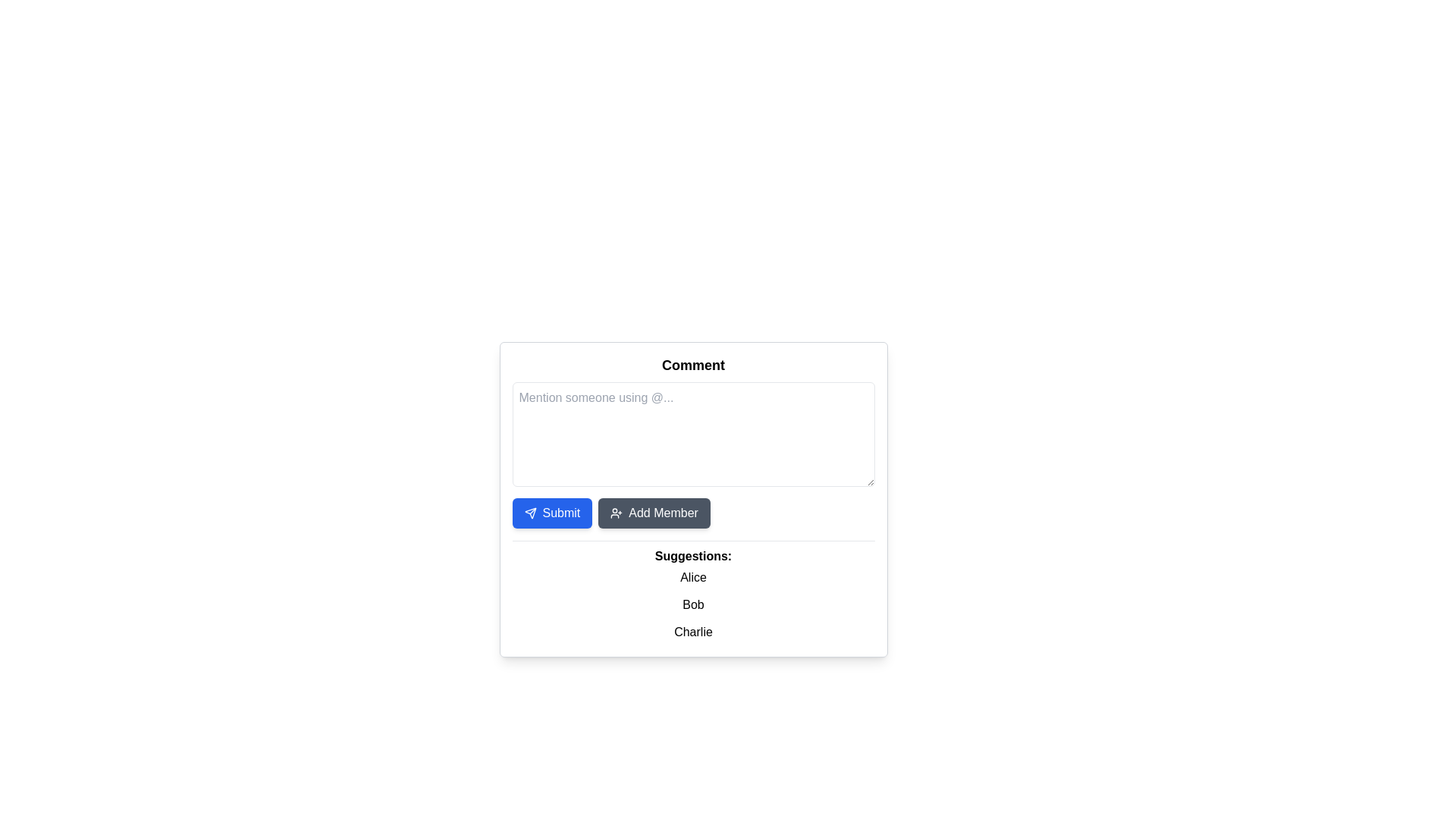  Describe the element at coordinates (692, 604) in the screenshot. I see `the text-based selection item displaying 'Bob', which is the second suggestion in the list under the heading 'Suggestions:'` at that location.